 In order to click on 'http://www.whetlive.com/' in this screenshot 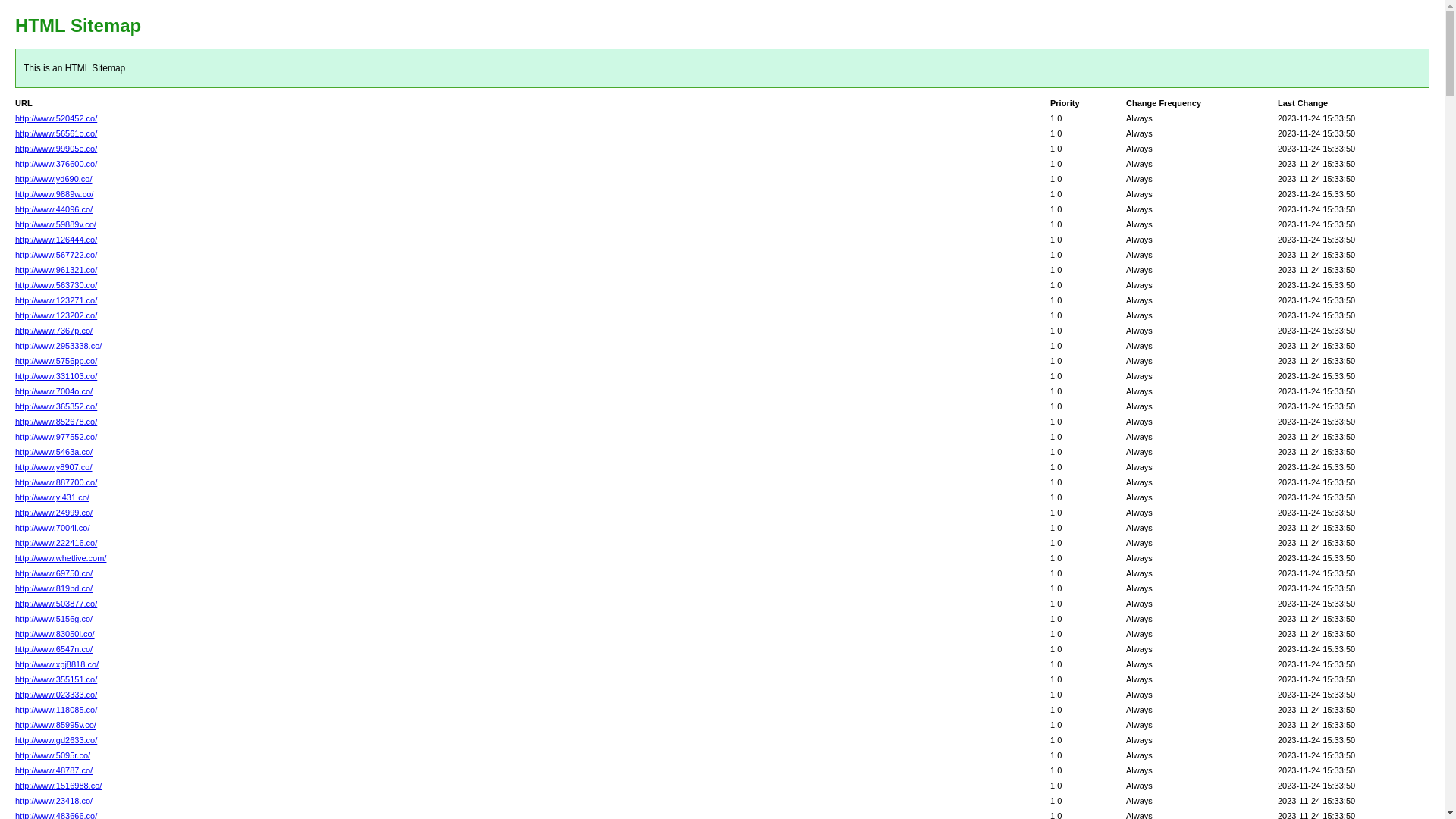, I will do `click(61, 558)`.